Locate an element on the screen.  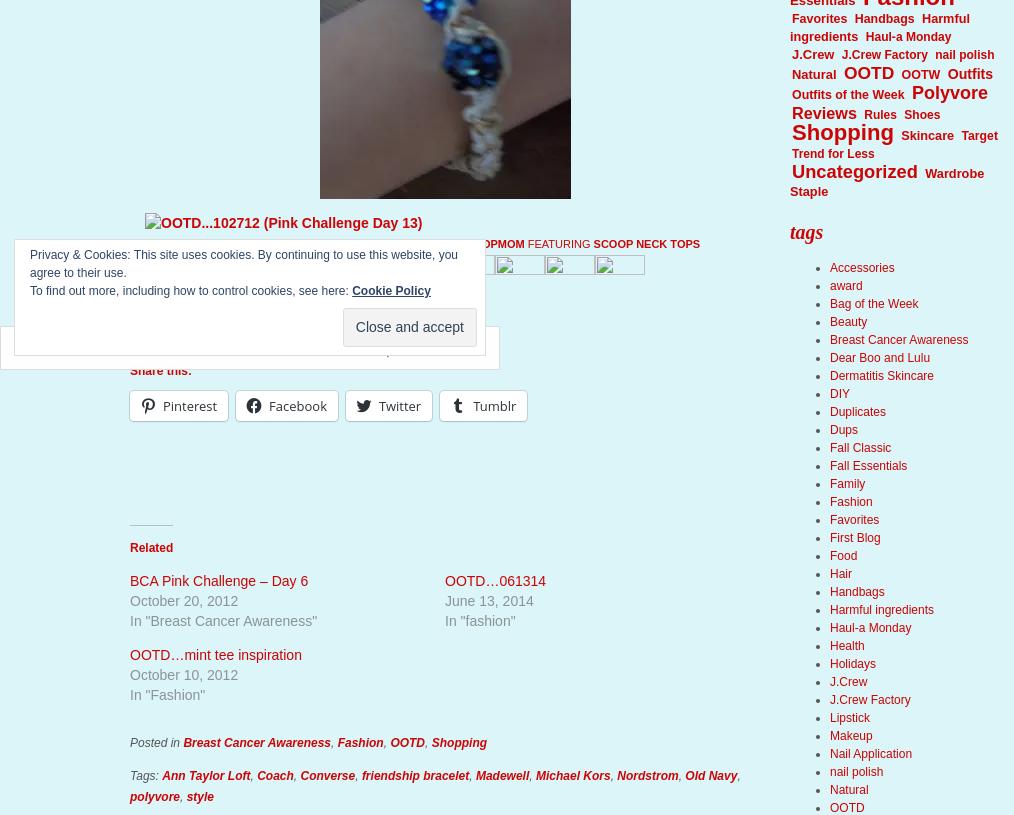
'polyvore' is located at coordinates (155, 796).